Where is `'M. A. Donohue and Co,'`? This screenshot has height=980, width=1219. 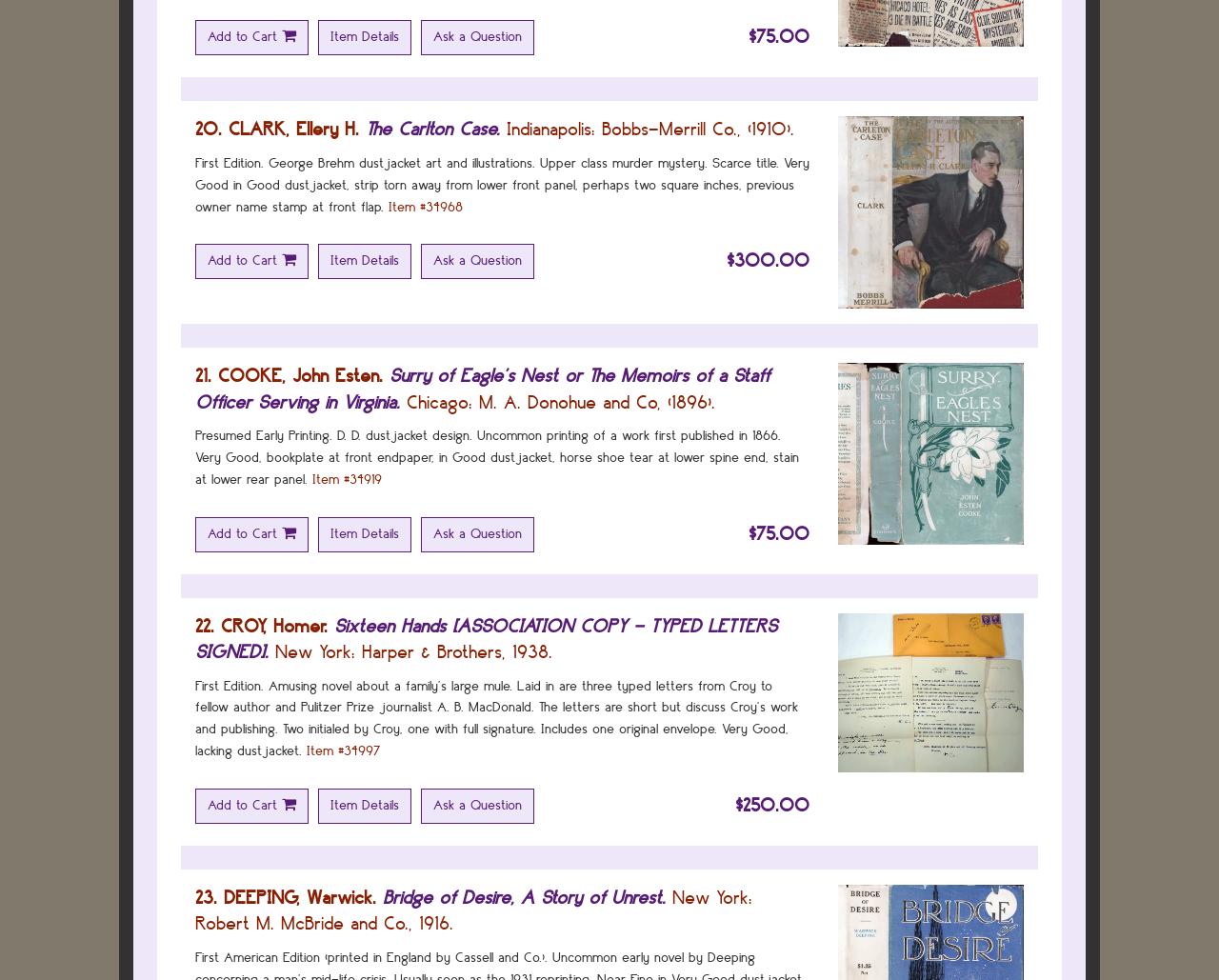
'M. A. Donohue and Co,' is located at coordinates (569, 400).